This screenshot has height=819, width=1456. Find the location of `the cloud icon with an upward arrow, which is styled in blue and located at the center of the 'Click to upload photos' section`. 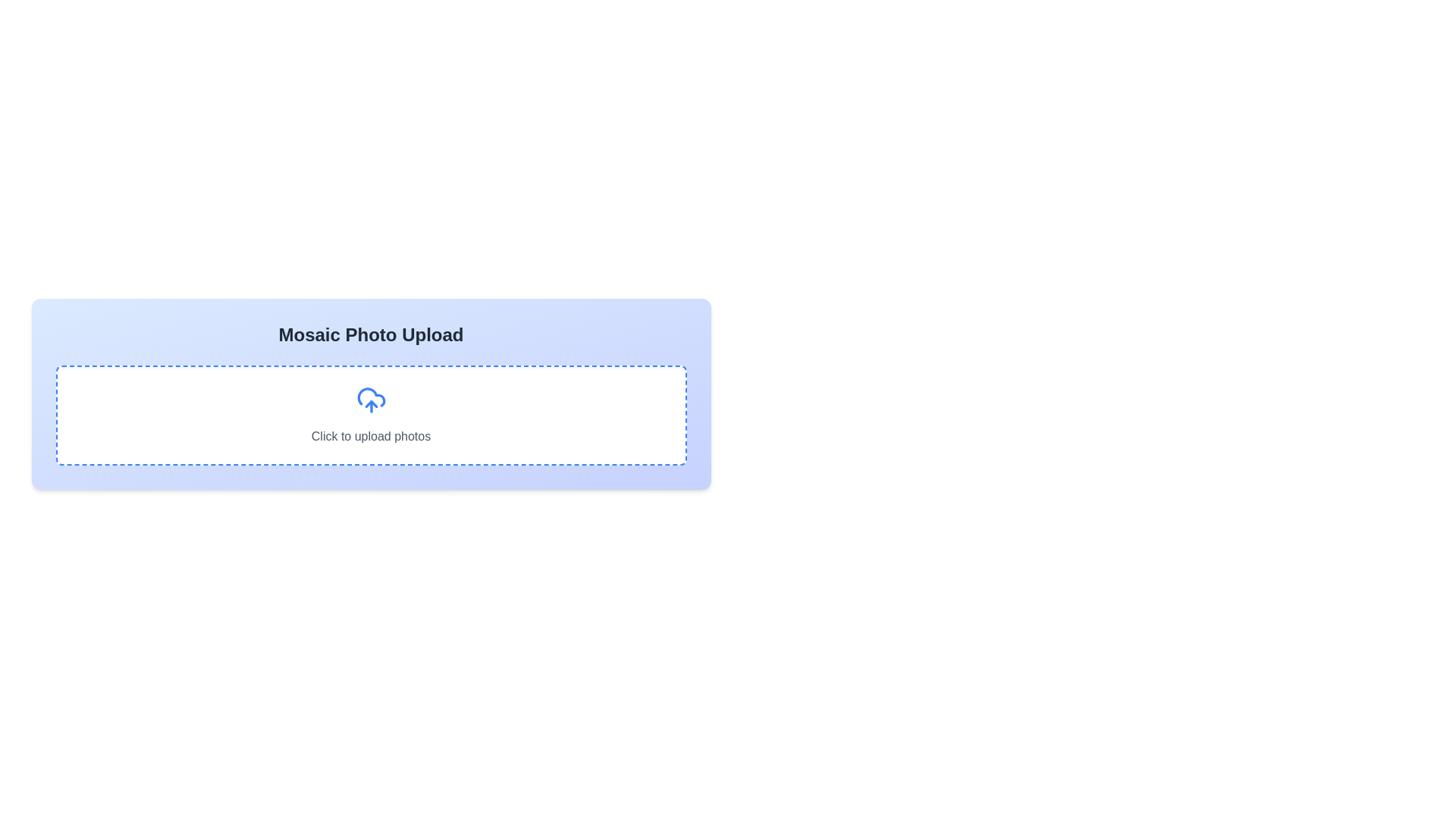

the cloud icon with an upward arrow, which is styled in blue and located at the center of the 'Click to upload photos' section is located at coordinates (371, 400).